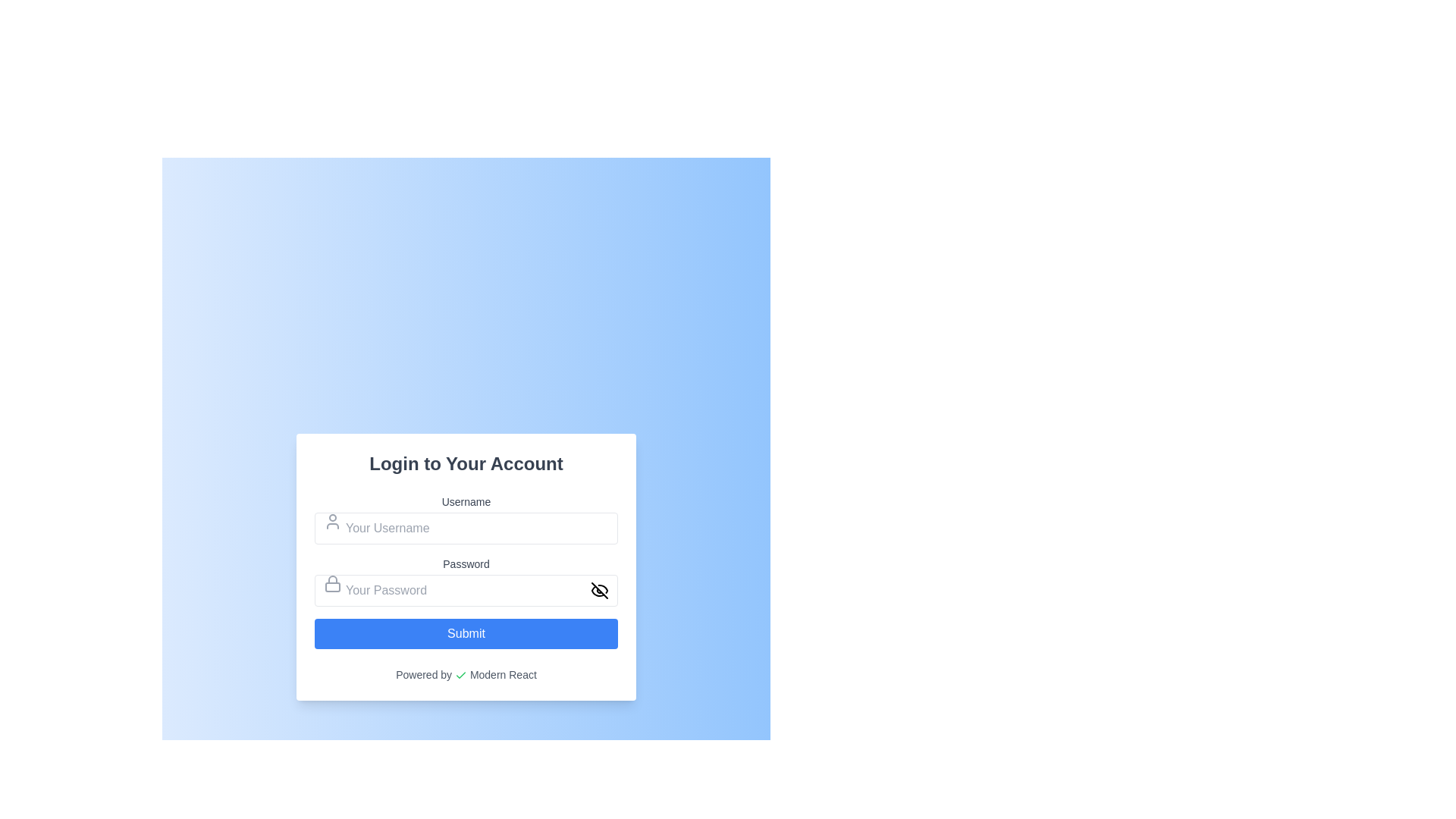 The height and width of the screenshot is (819, 1456). What do you see at coordinates (331, 583) in the screenshot?
I see `the password input icon located on the left side of the password text field, which precedes the placeholder text 'Your Password.'` at bounding box center [331, 583].